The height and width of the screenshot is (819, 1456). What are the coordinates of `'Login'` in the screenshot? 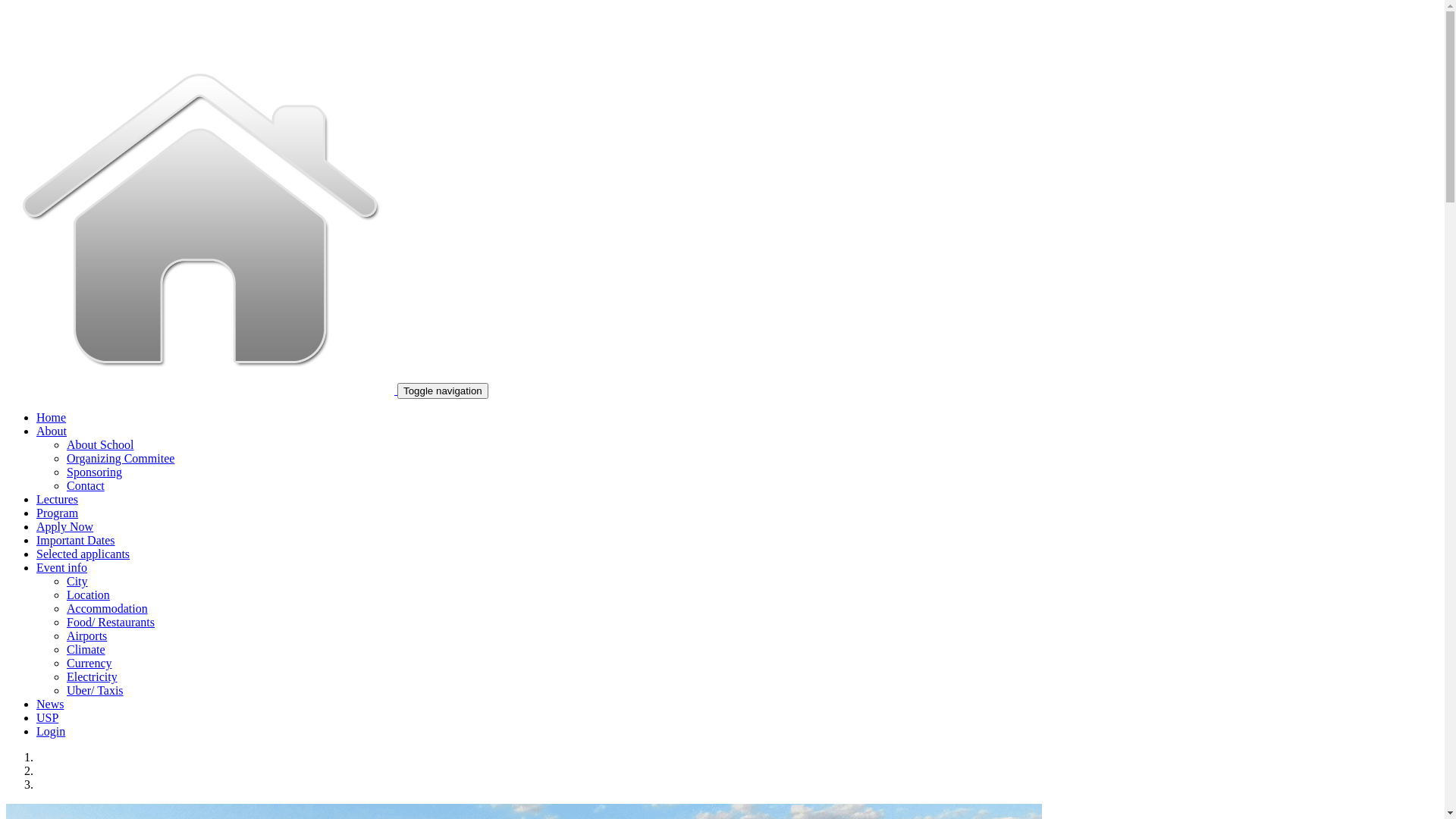 It's located at (51, 730).